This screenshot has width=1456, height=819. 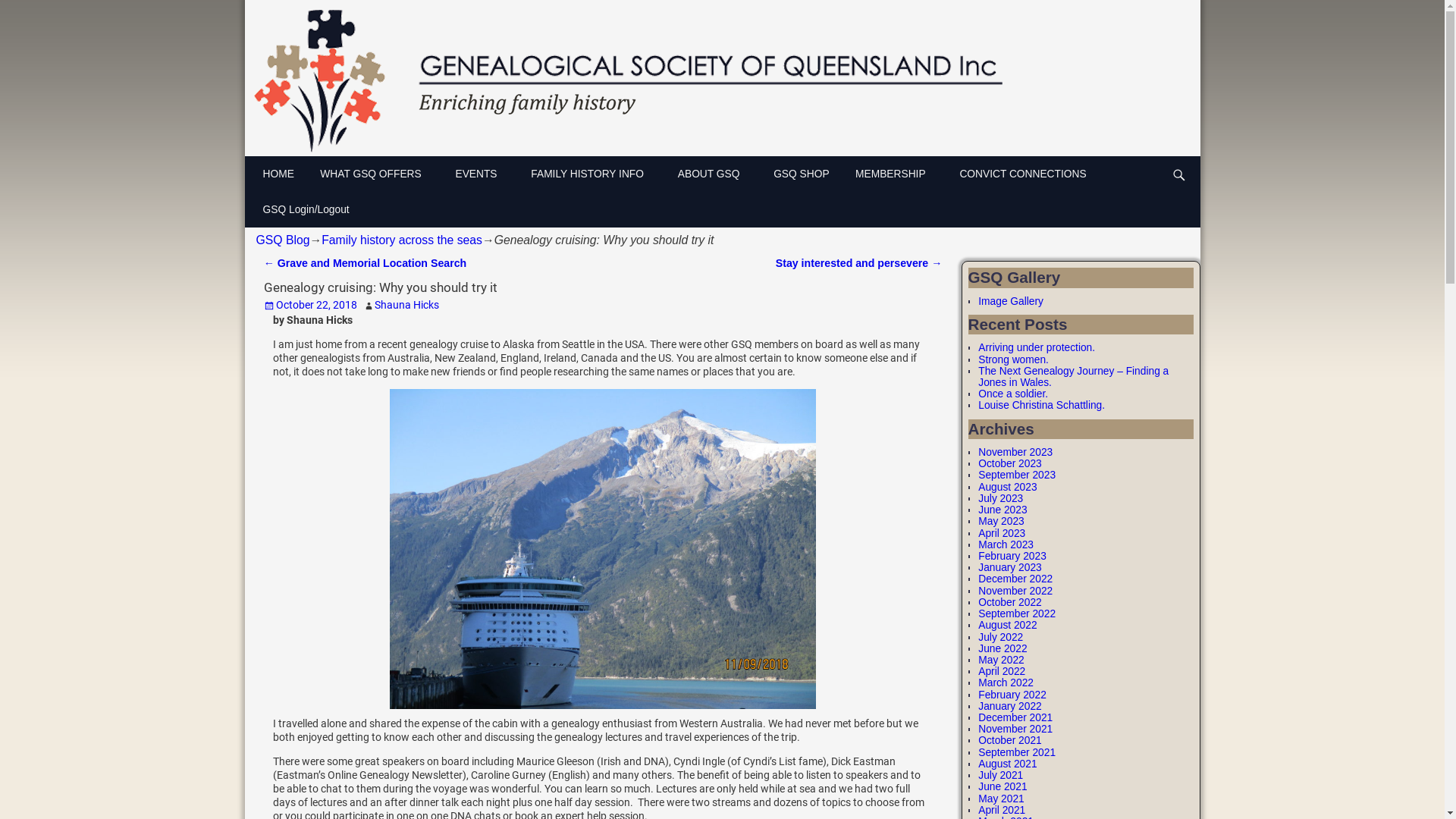 What do you see at coordinates (309, 304) in the screenshot?
I see `'October 22, 2018'` at bounding box center [309, 304].